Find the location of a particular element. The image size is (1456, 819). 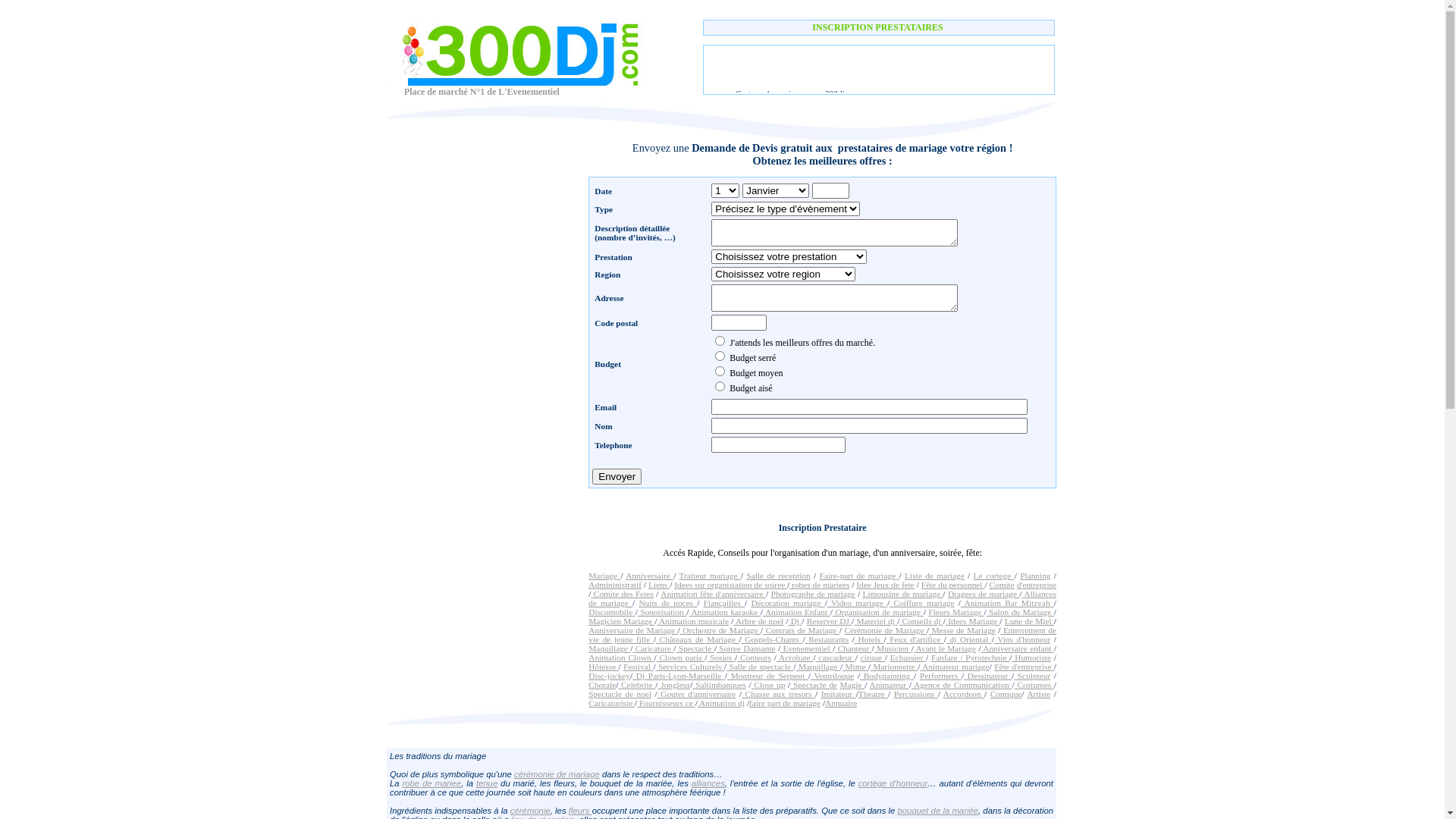

'Messe de Mariage' is located at coordinates (961, 629).